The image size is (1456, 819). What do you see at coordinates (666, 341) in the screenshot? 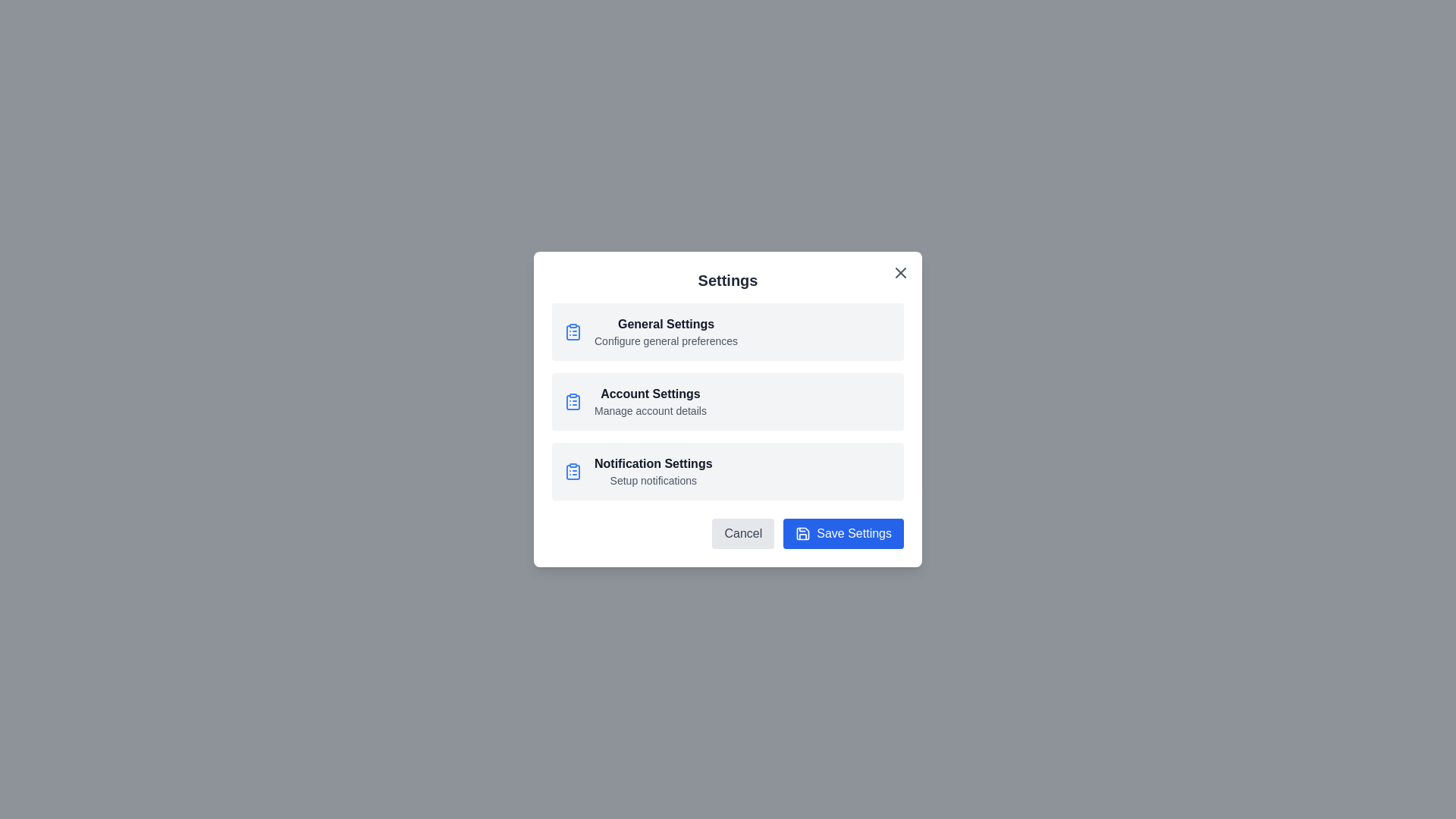
I see `the static text element that displays 'Configure general preferences', which is located beneath 'General Settings' and above 'Account Settings' in a modal window` at bounding box center [666, 341].